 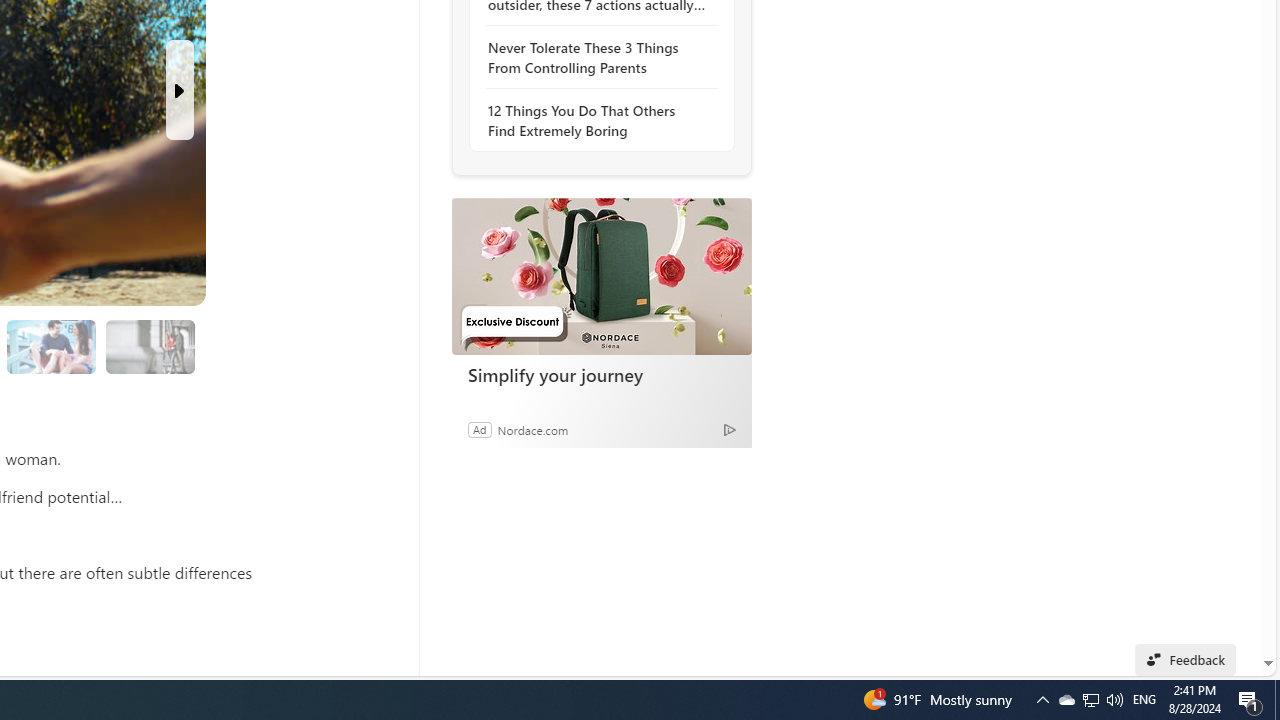 I want to click on 'Next Slide', so click(x=179, y=90).